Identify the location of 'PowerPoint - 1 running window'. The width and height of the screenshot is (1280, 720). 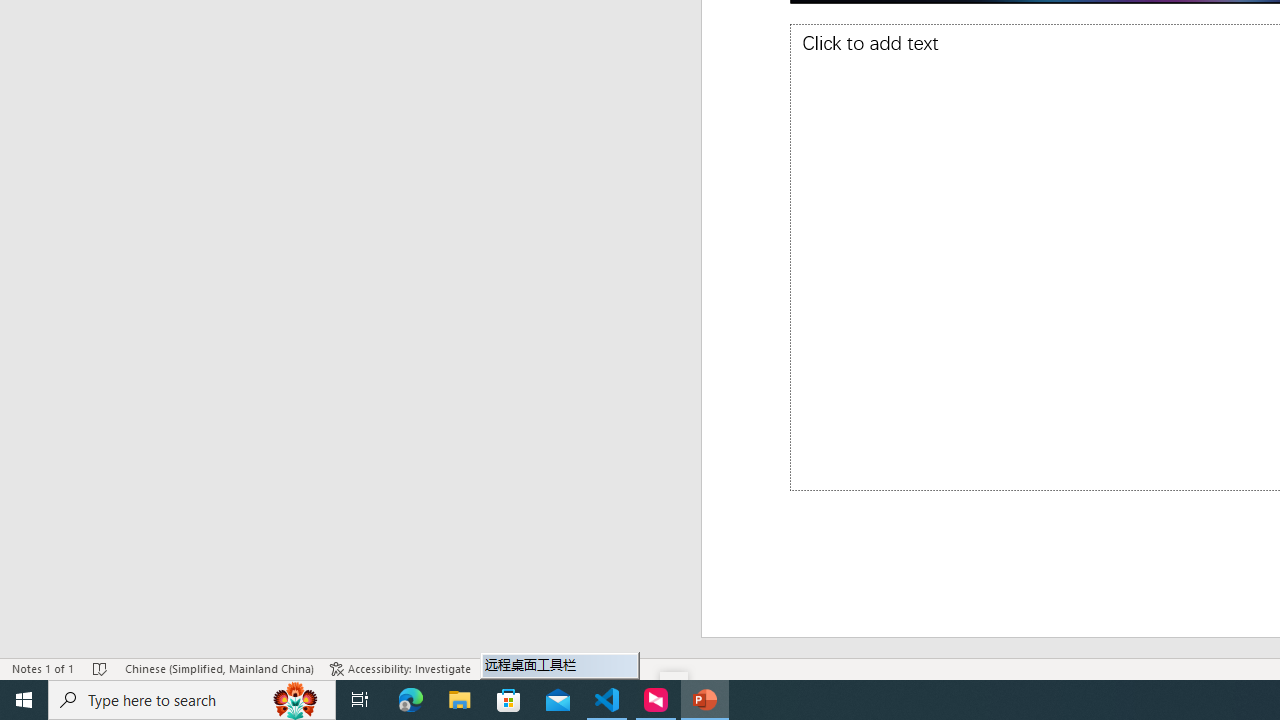
(705, 698).